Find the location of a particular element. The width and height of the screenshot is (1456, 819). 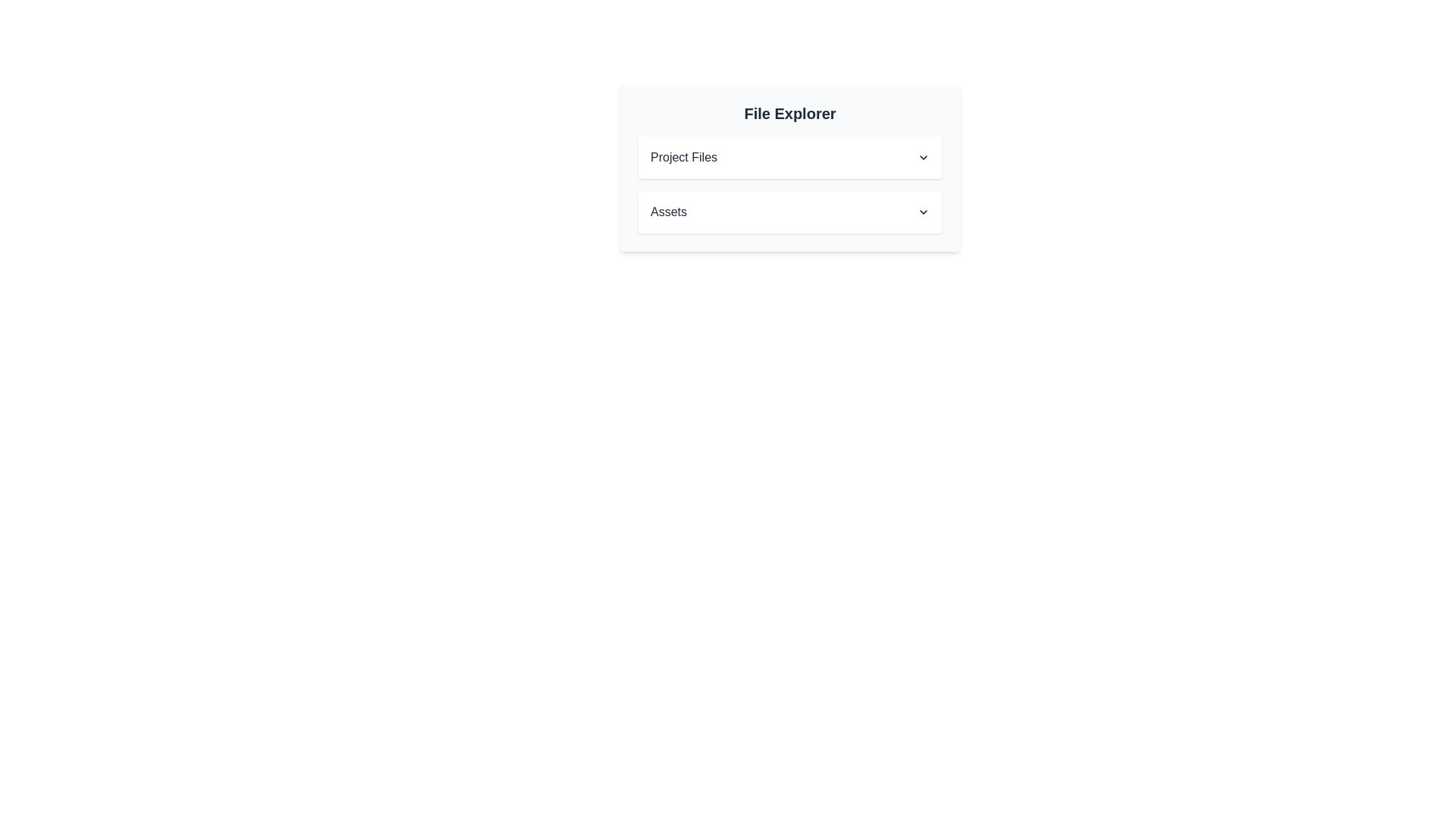

the Dropdown toggle icon, which is a downward-pointing chevron located to the far right of the 'Project Files' text is located at coordinates (923, 158).